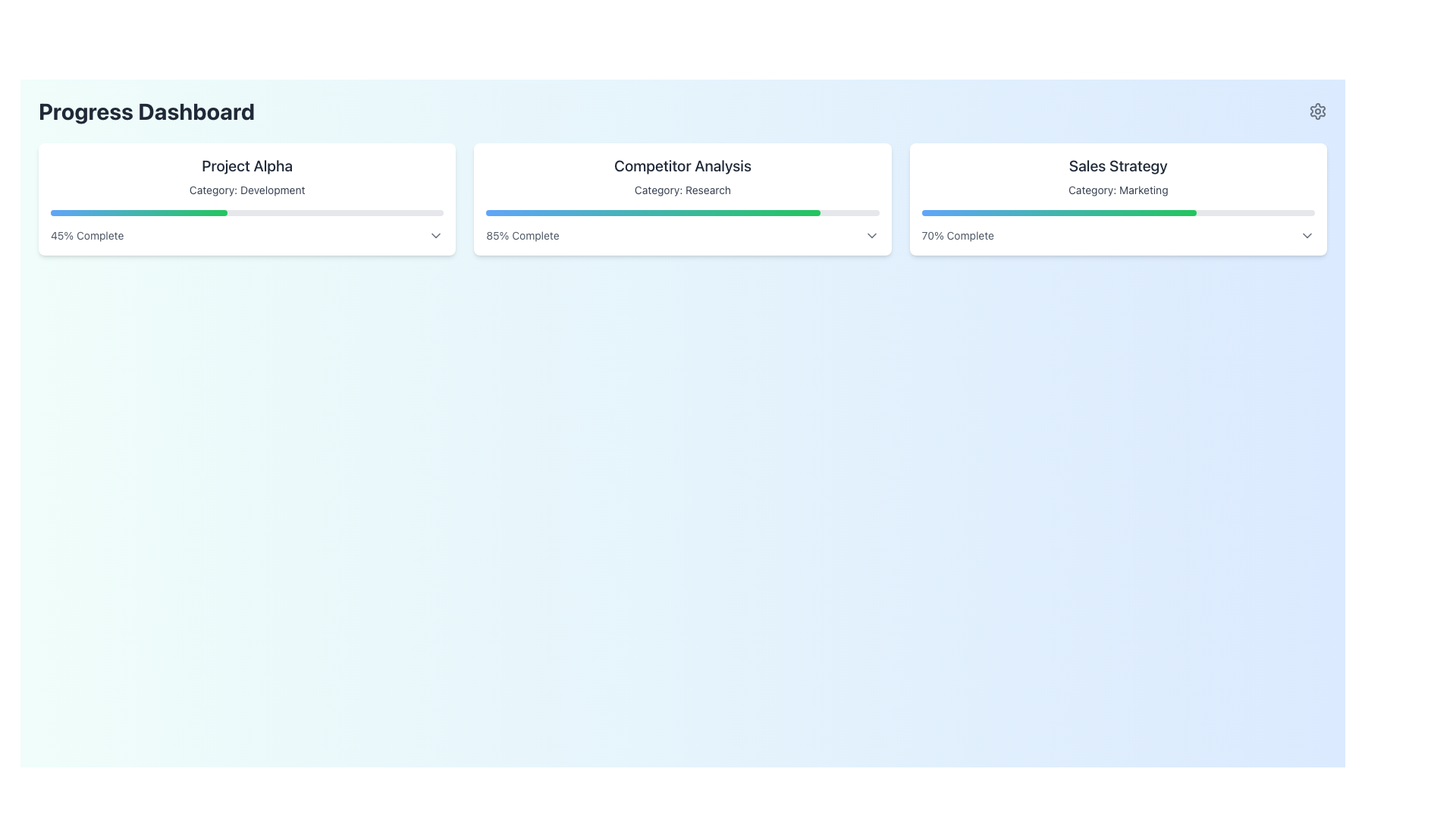 Image resolution: width=1456 pixels, height=819 pixels. I want to click on the downward-pointing chevron icon located to the right of the '85% Complete' text, so click(871, 236).